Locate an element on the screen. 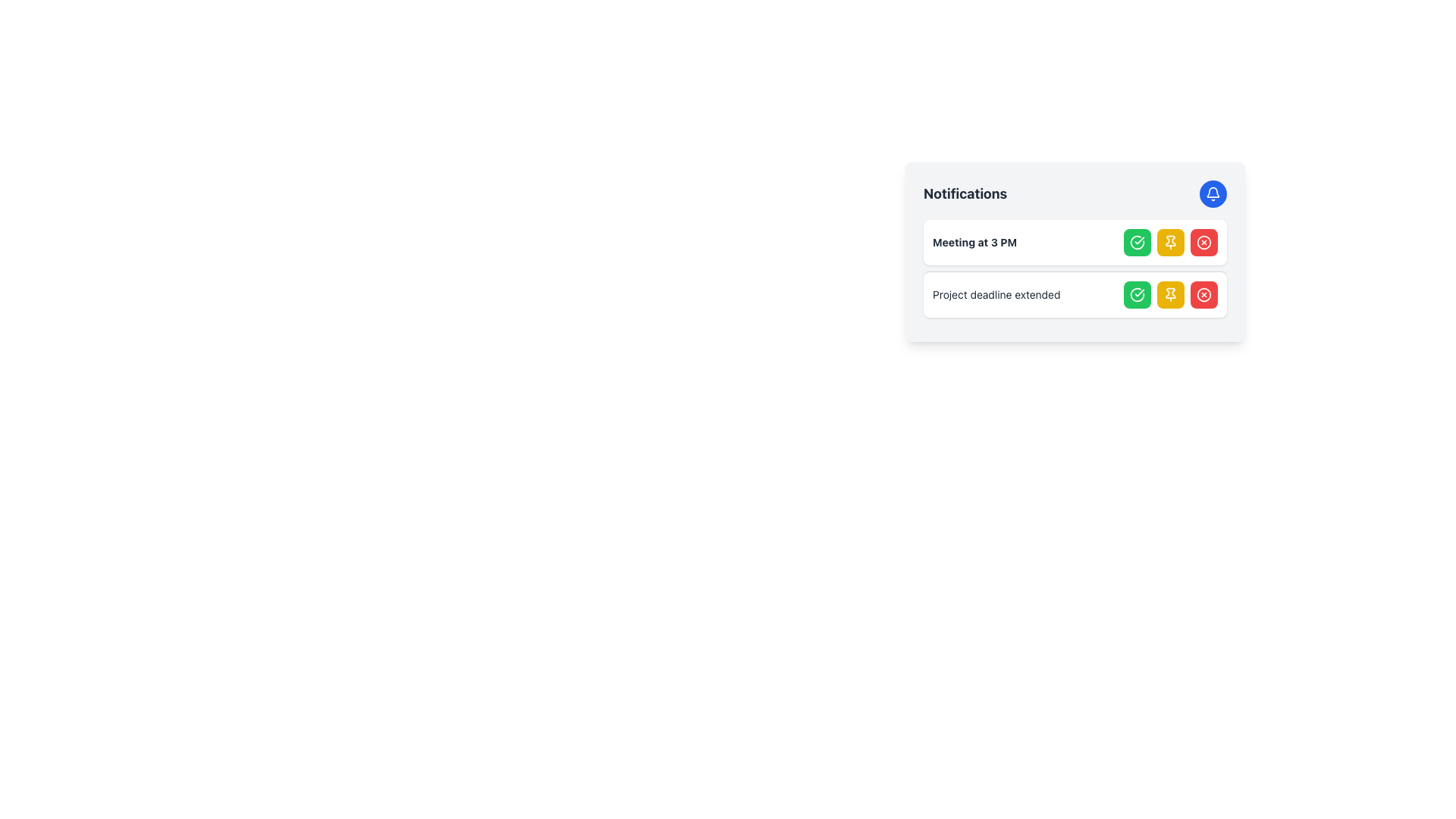 The height and width of the screenshot is (819, 1456). the small rectangular button with a yellow background and white text is located at coordinates (1170, 242).